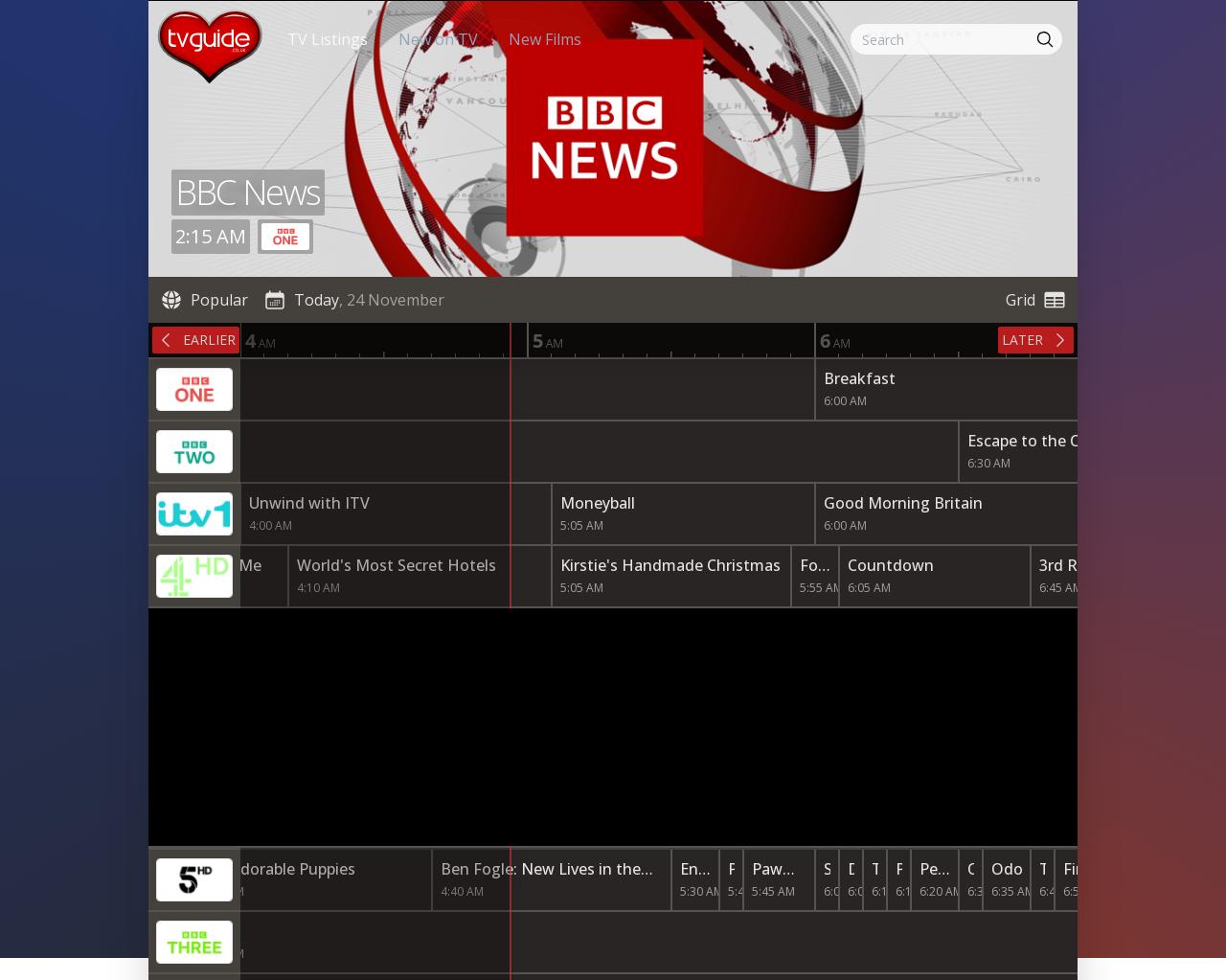 Image resolution: width=1226 pixels, height=980 pixels. What do you see at coordinates (539, 878) in the screenshot?
I see `'Ben Fogle: New Lives in the Wild'` at bounding box center [539, 878].